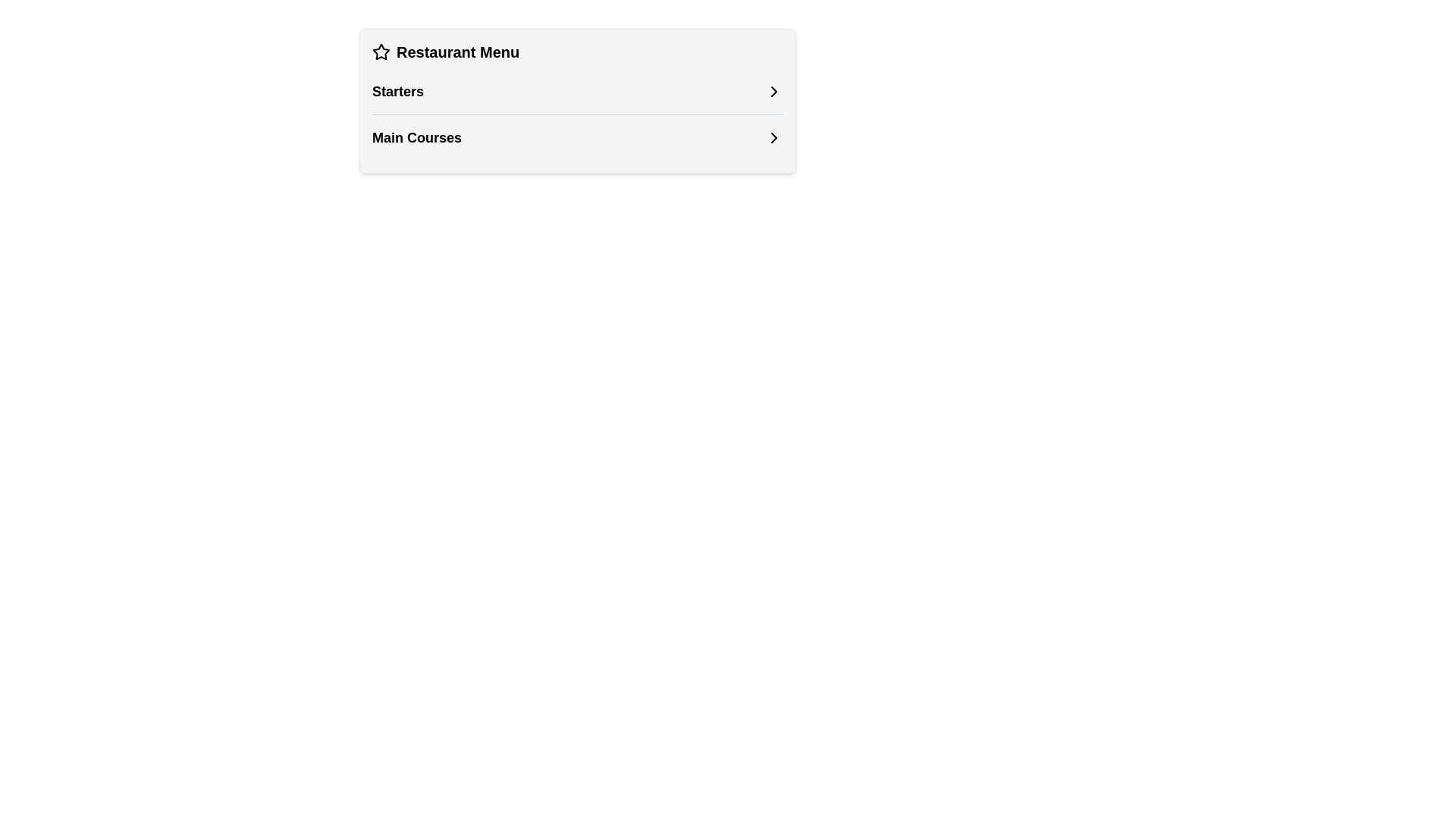 This screenshot has height=819, width=1456. I want to click on the second clickable list item beneath the 'Restaurant Menu' title that leads to the 'Main Courses' category, so click(577, 137).